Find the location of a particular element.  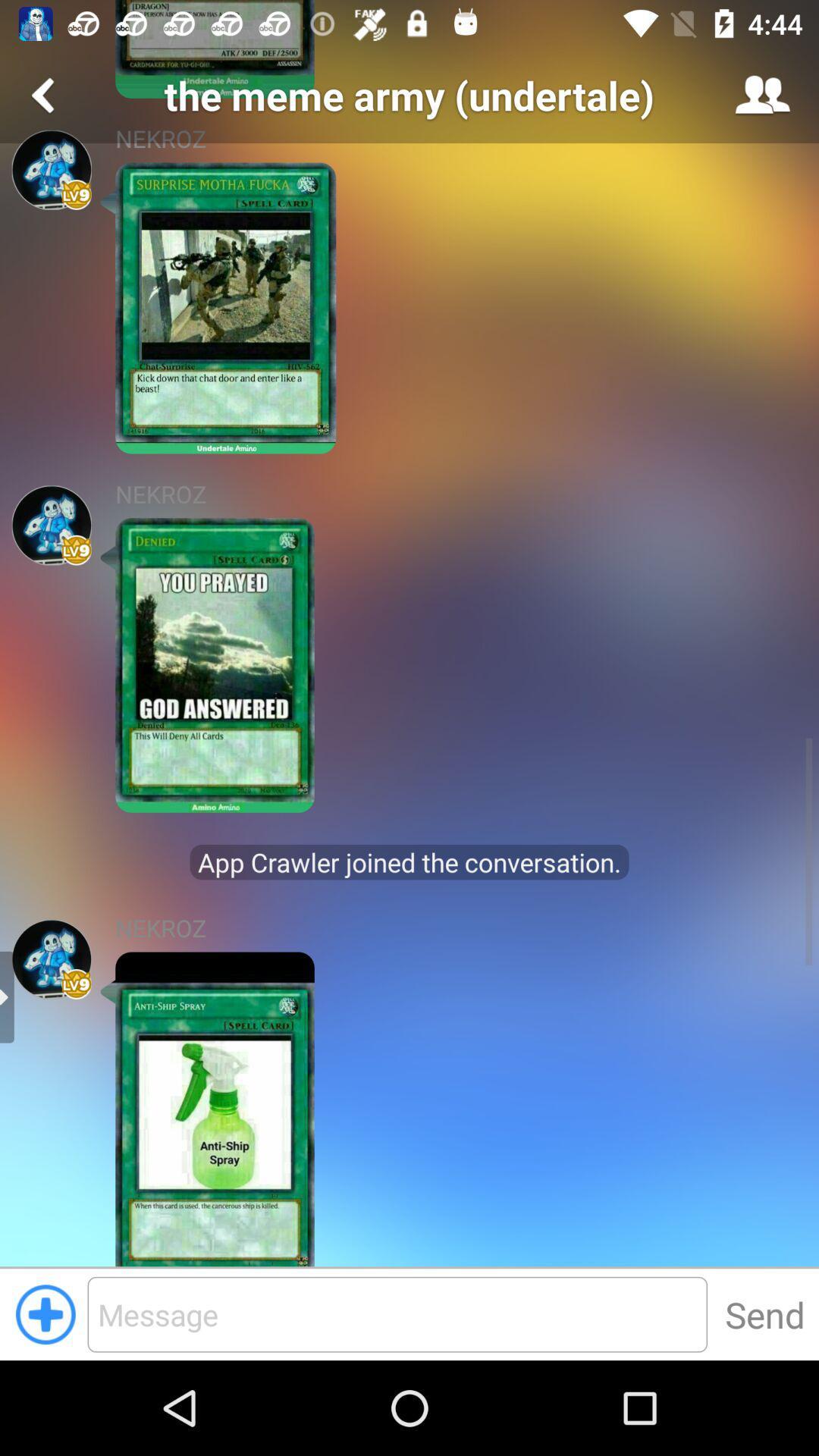

the add icon is located at coordinates (45, 1313).